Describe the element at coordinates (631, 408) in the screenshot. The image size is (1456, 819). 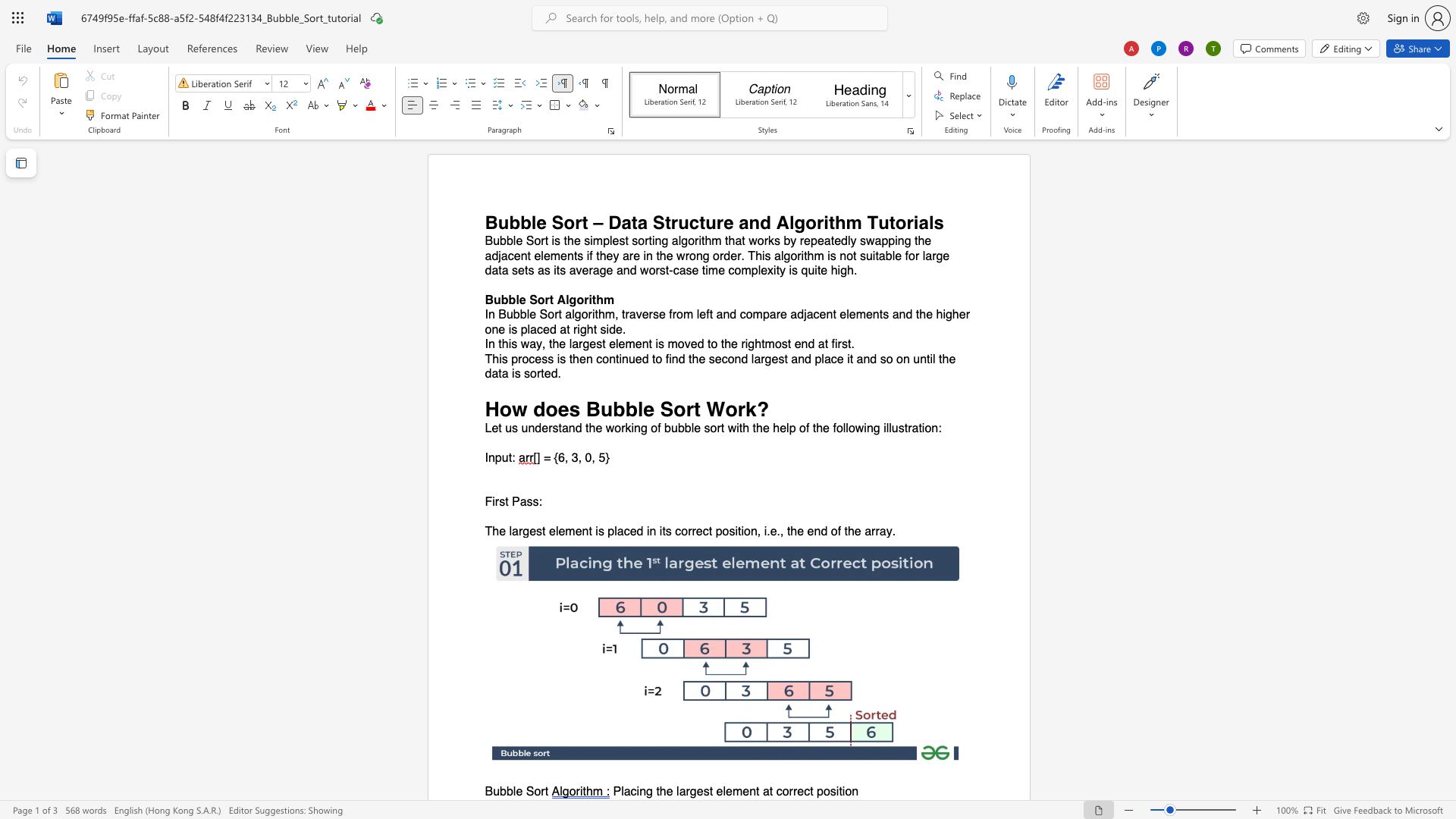
I see `the 2th character "b" in the text` at that location.